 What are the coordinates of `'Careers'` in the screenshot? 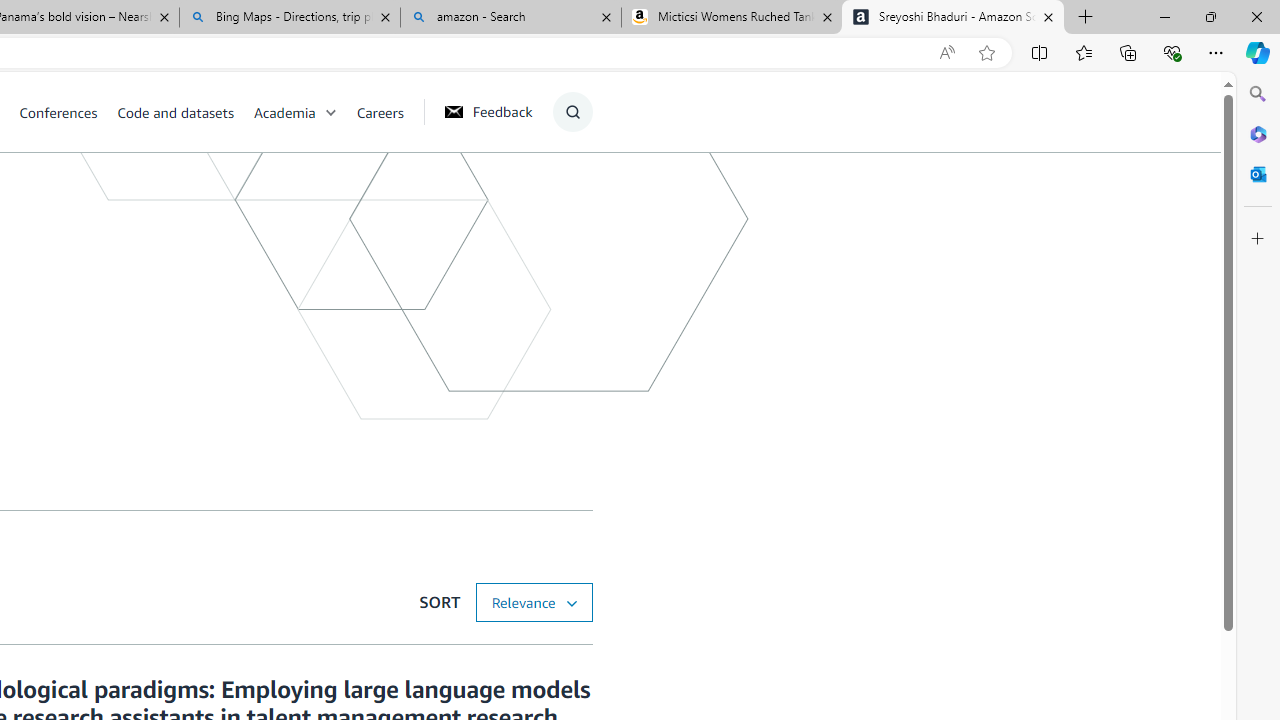 It's located at (380, 111).